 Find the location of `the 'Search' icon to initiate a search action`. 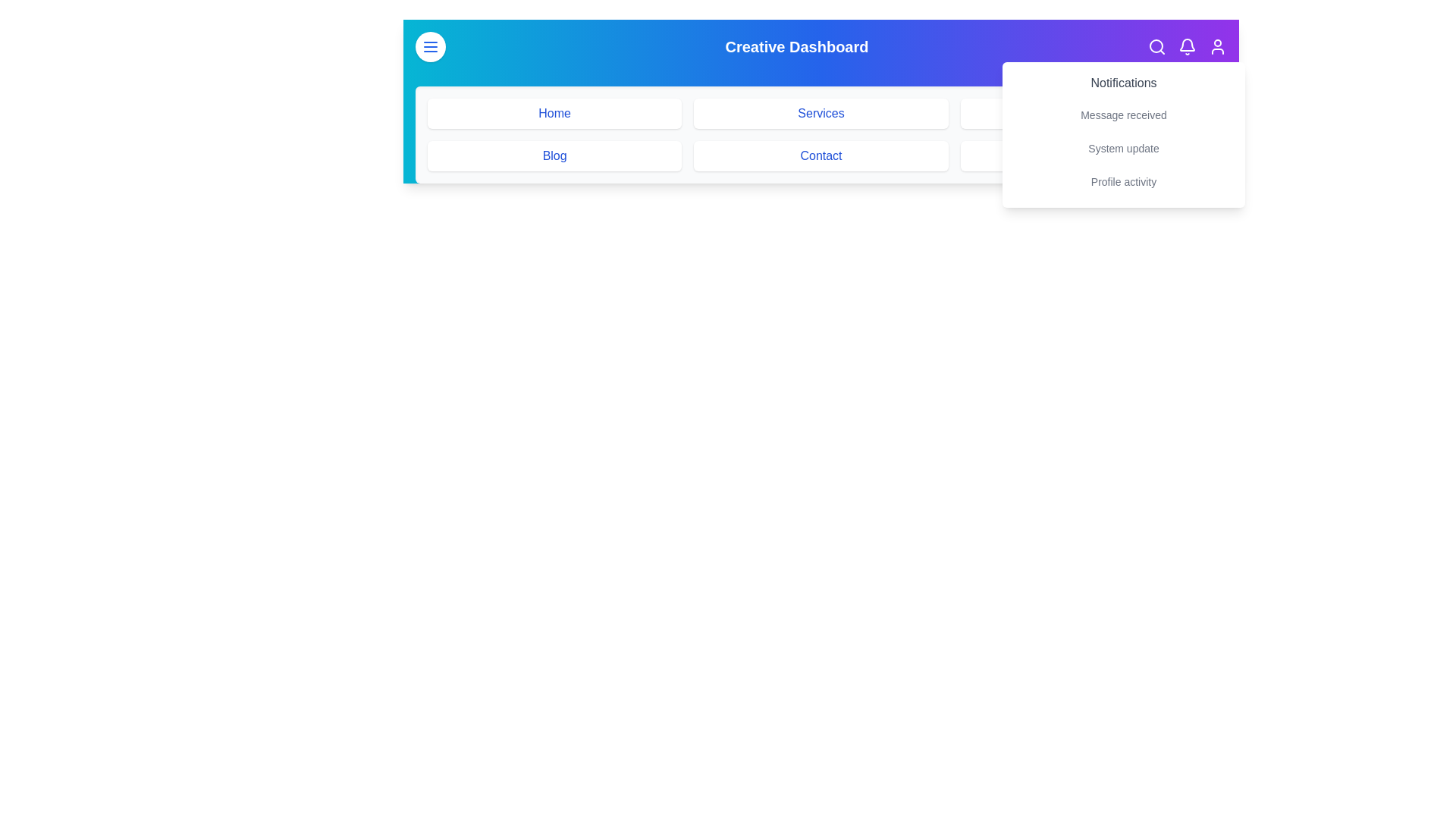

the 'Search' icon to initiate a search action is located at coordinates (1156, 45).